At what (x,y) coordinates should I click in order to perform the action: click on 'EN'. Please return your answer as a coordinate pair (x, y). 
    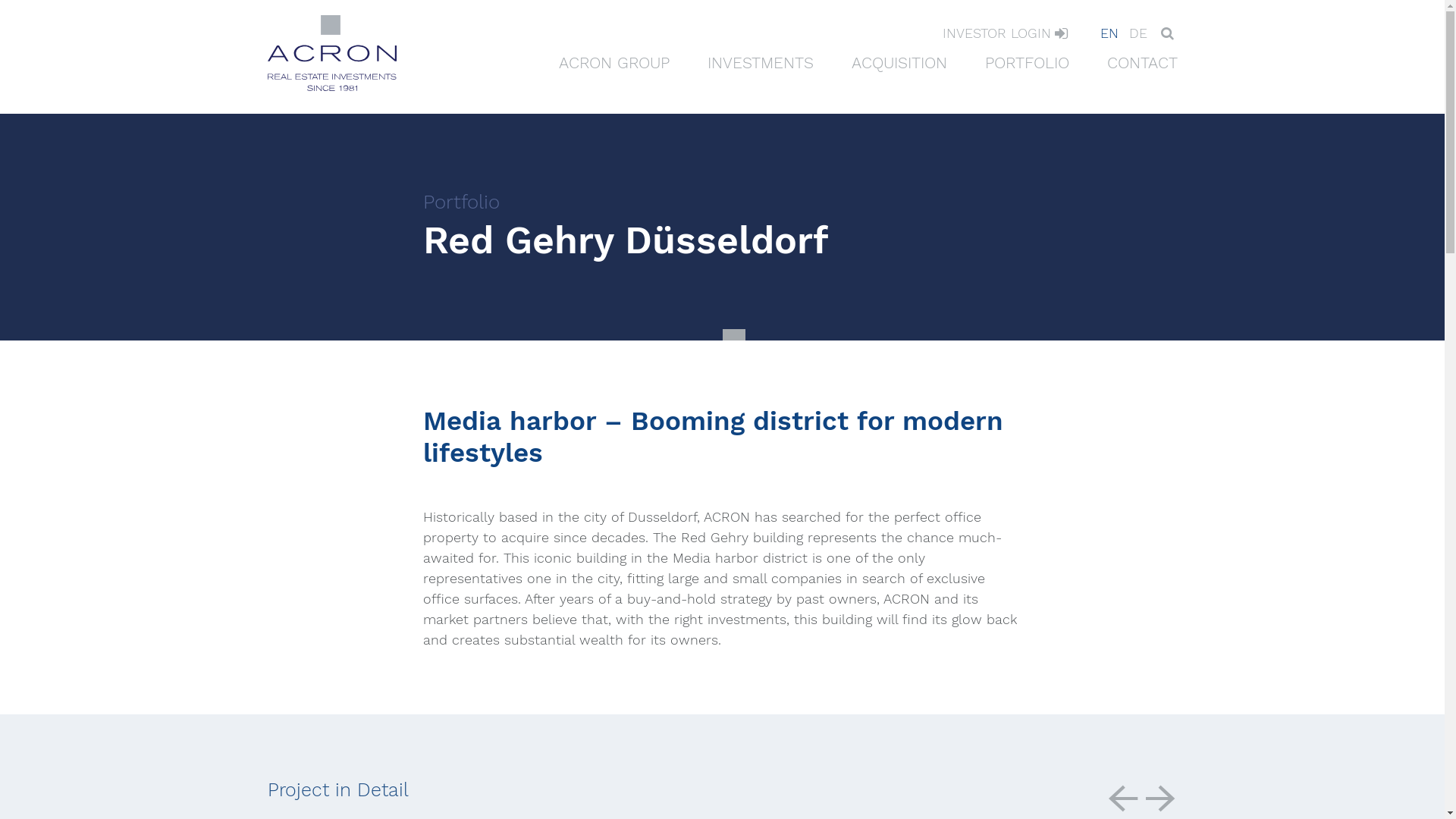
    Looking at the image, I should click on (1100, 33).